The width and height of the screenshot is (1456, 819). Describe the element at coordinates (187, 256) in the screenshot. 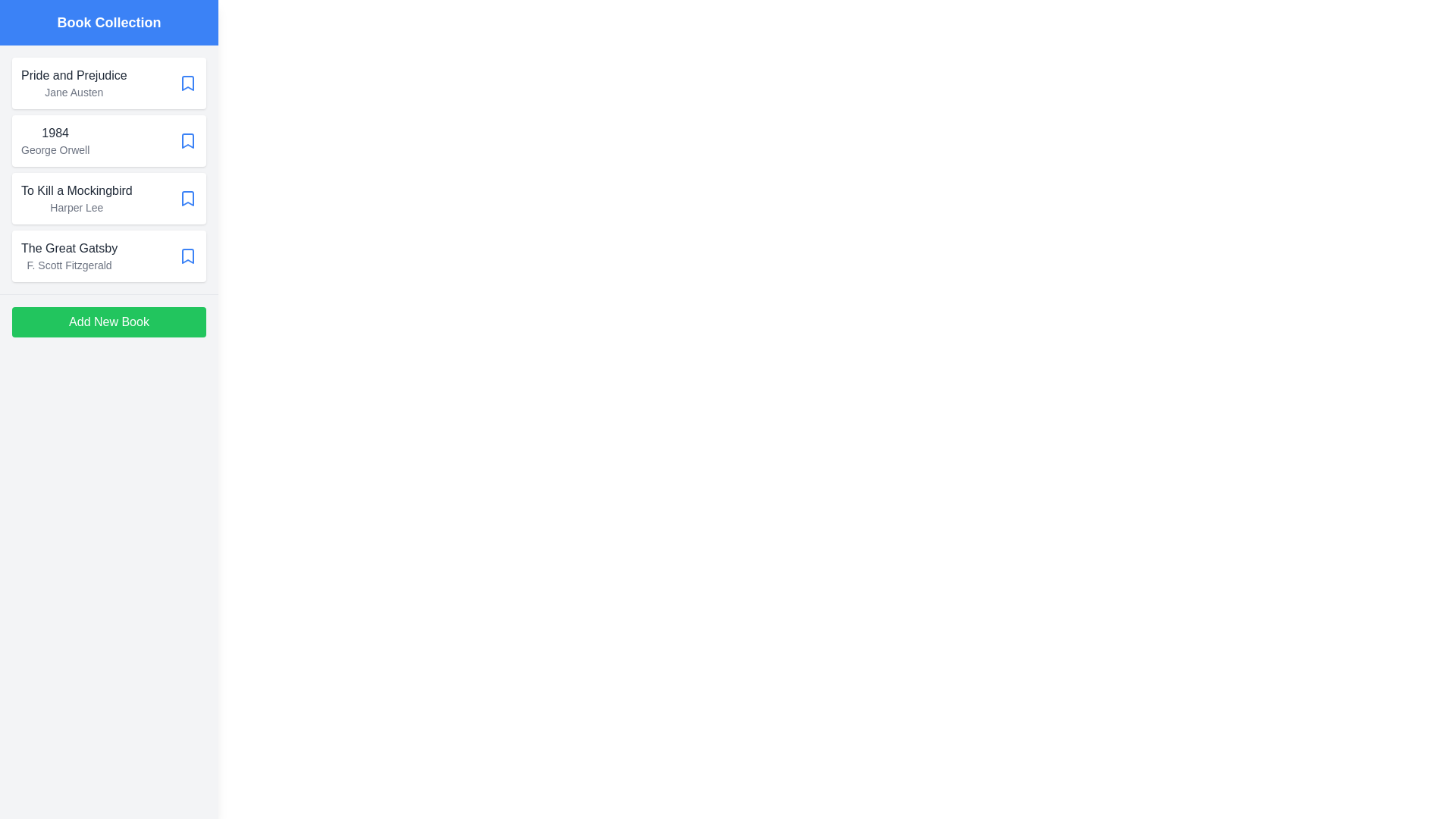

I see `bookmark icon of the book titled 'The Great Gatsby' to mark it as a favorite` at that location.